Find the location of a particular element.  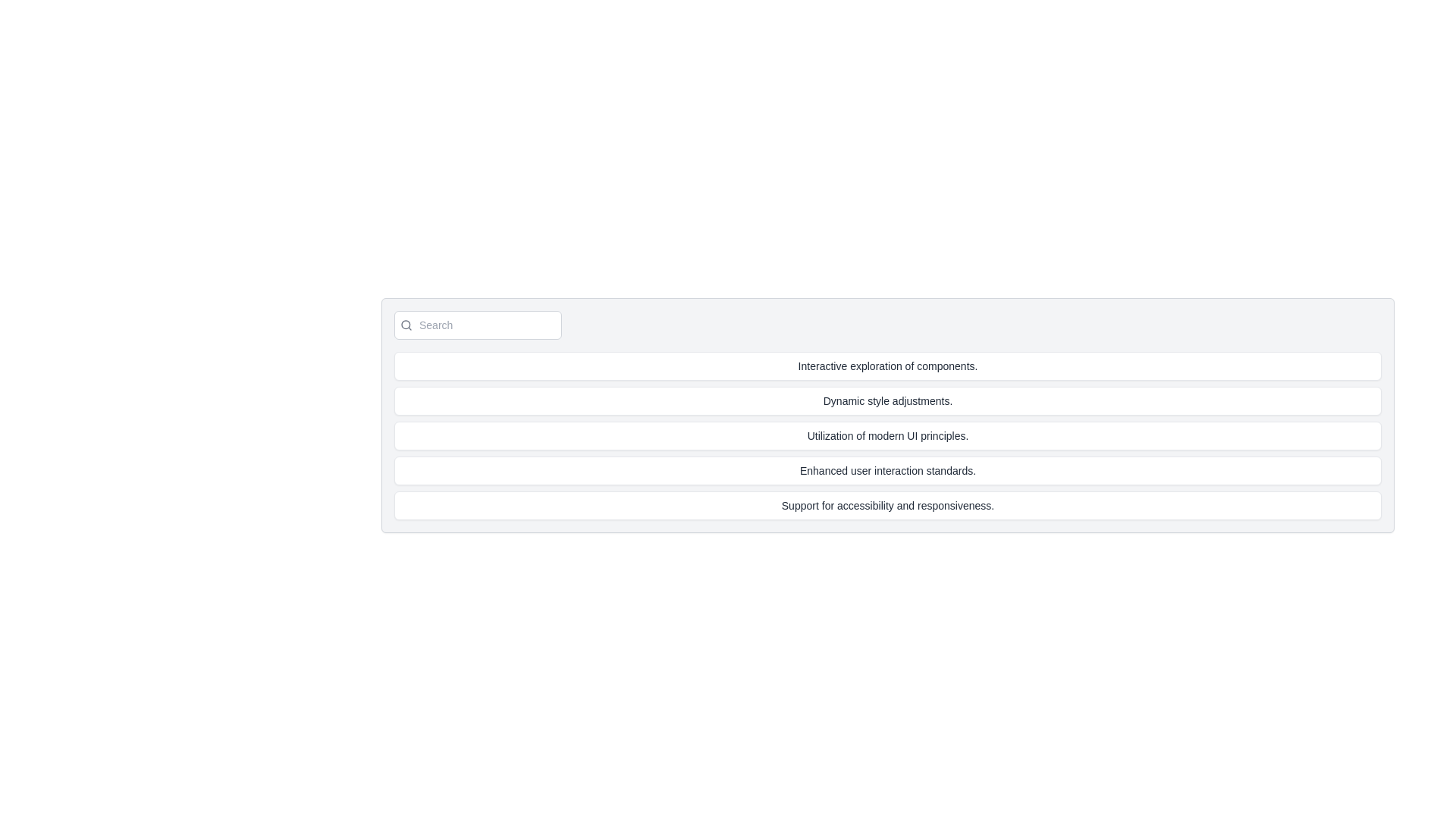

the character 'c' in the word 'interaction' within the text 'Enhanced user interaction standards.' is located at coordinates (903, 470).